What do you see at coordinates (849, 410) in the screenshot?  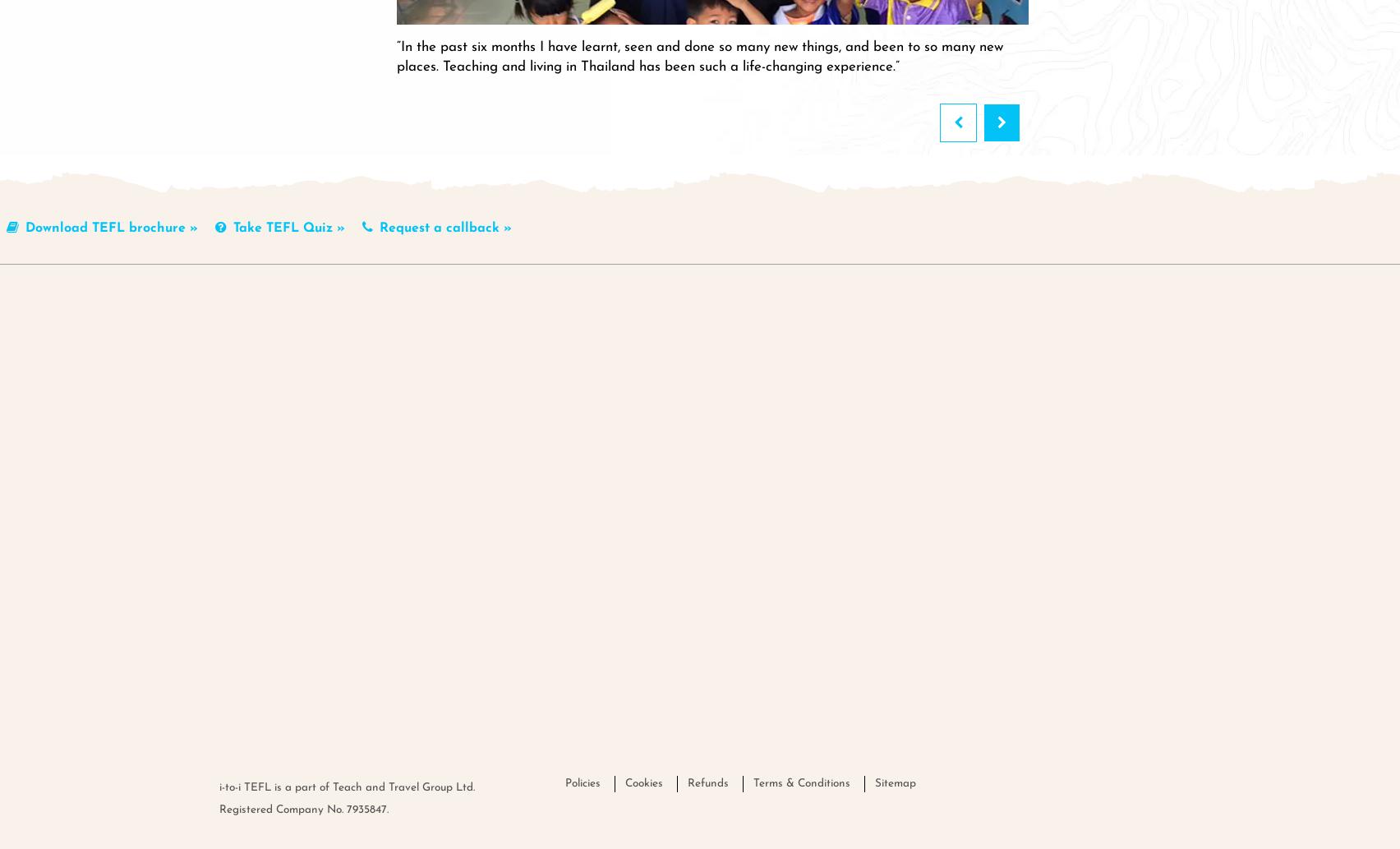 I see `'i-to-i Careers'` at bounding box center [849, 410].